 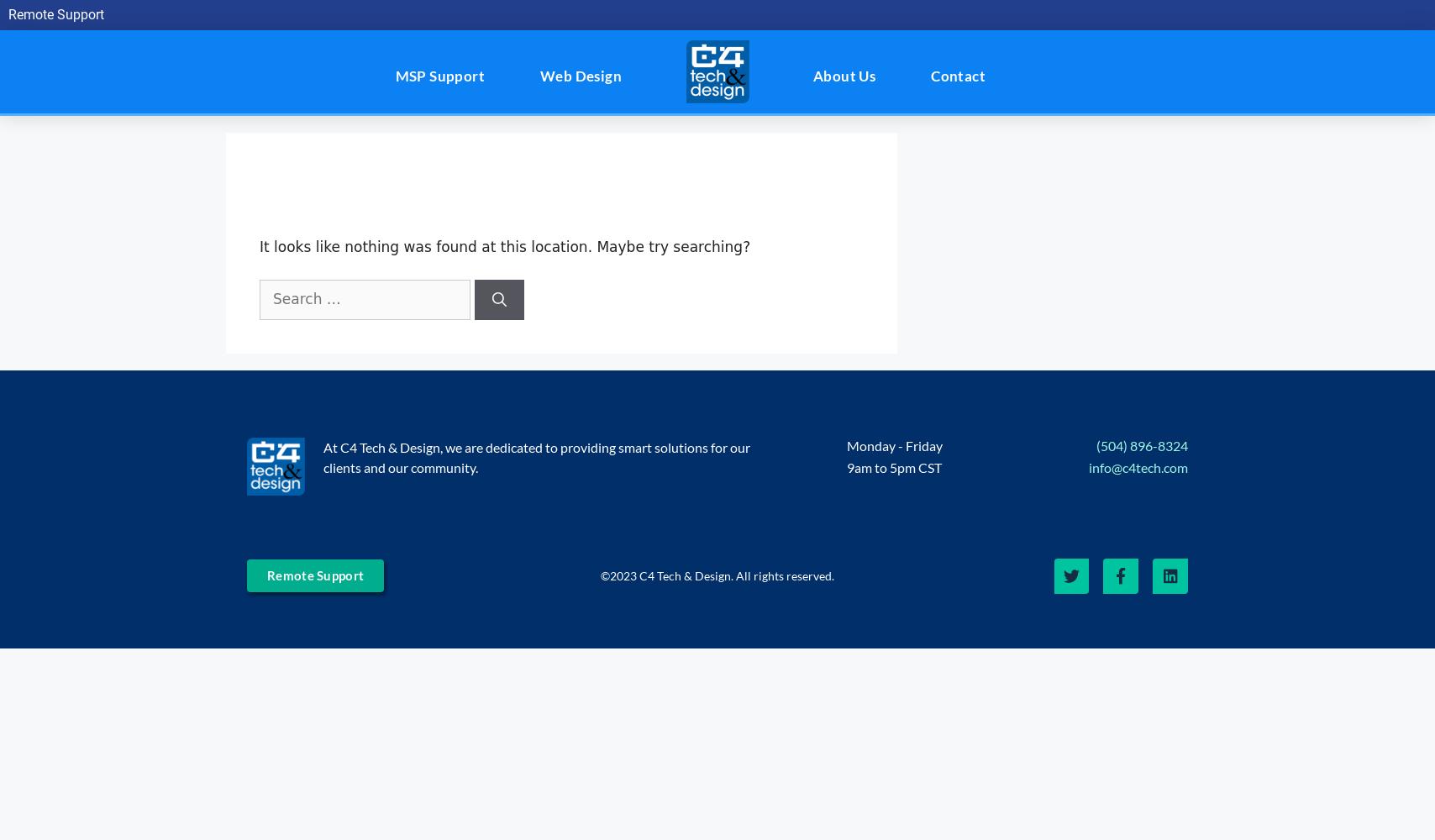 I want to click on 'It looks like nothing was found at this location. Maybe try searching?', so click(x=259, y=247).